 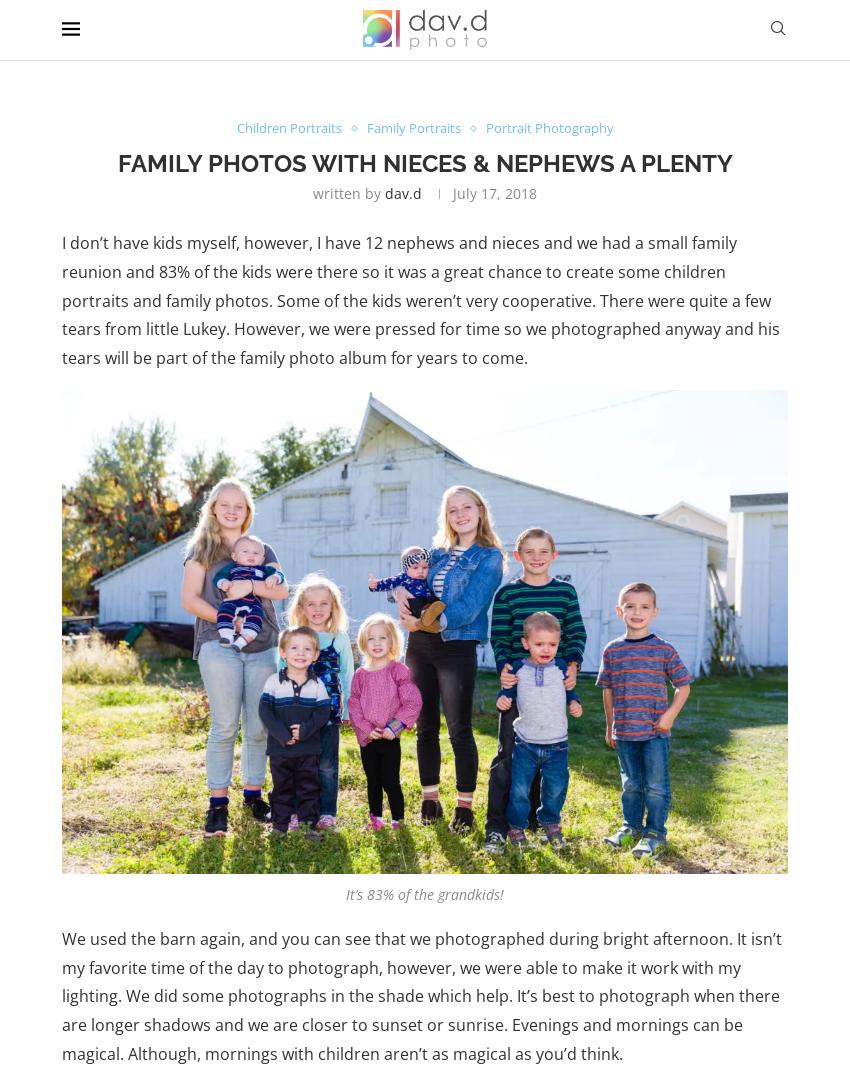 I want to click on 'Portrait Photography', so click(x=485, y=126).